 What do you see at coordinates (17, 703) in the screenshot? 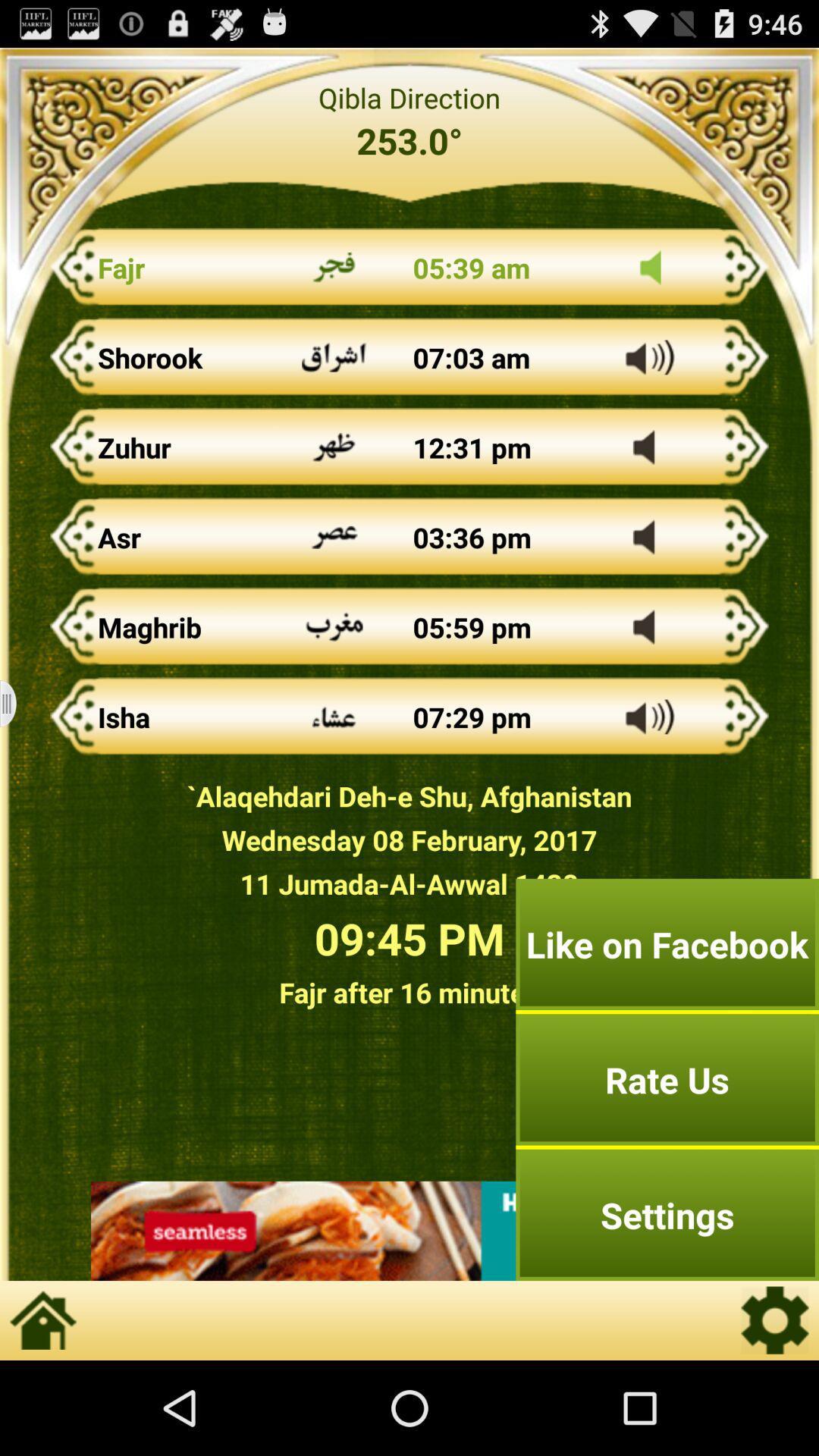
I see `minimize page` at bounding box center [17, 703].